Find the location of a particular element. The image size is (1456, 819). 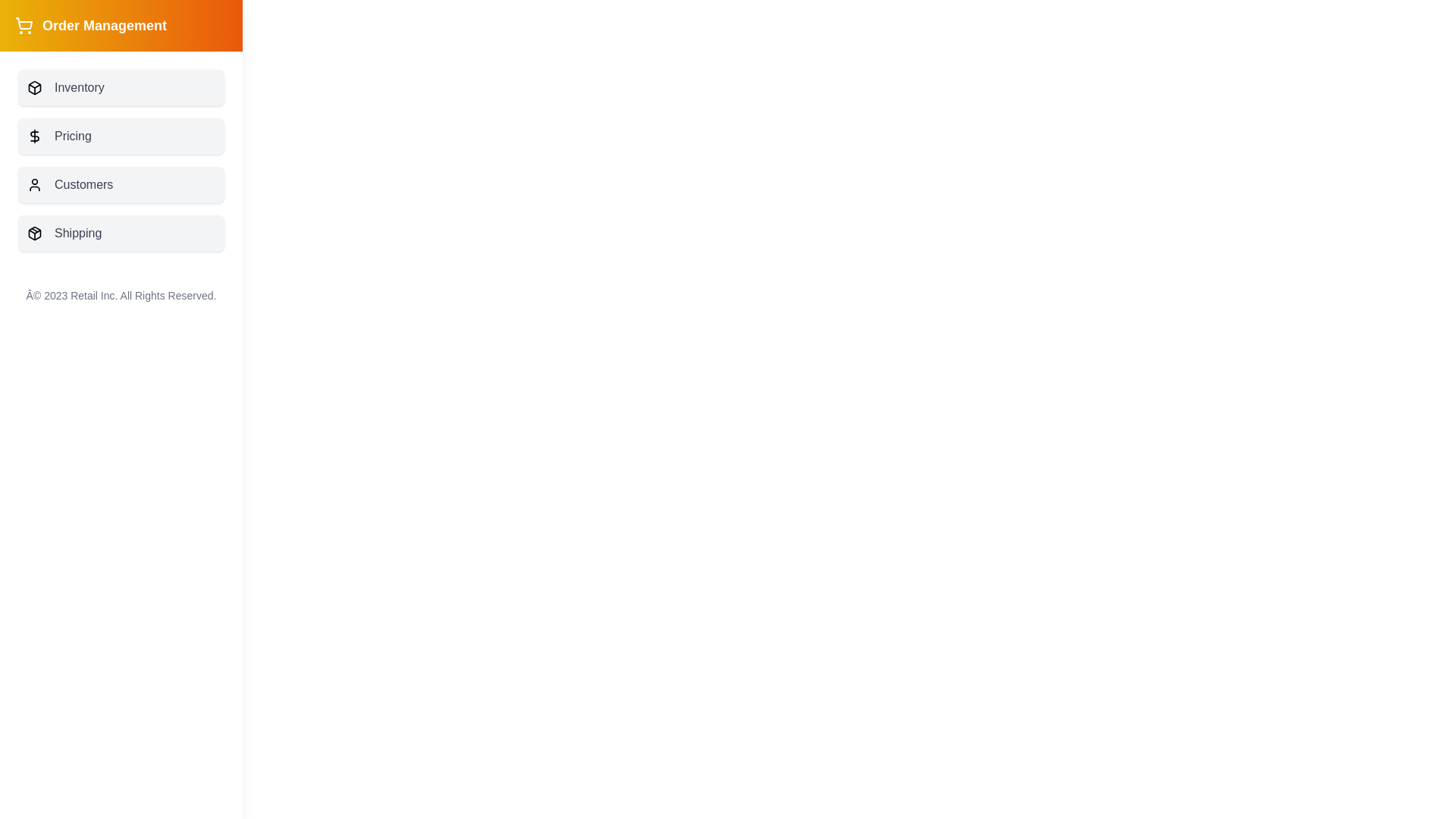

the button labeled 'Shipping' to observe visual feedback is located at coordinates (120, 234).